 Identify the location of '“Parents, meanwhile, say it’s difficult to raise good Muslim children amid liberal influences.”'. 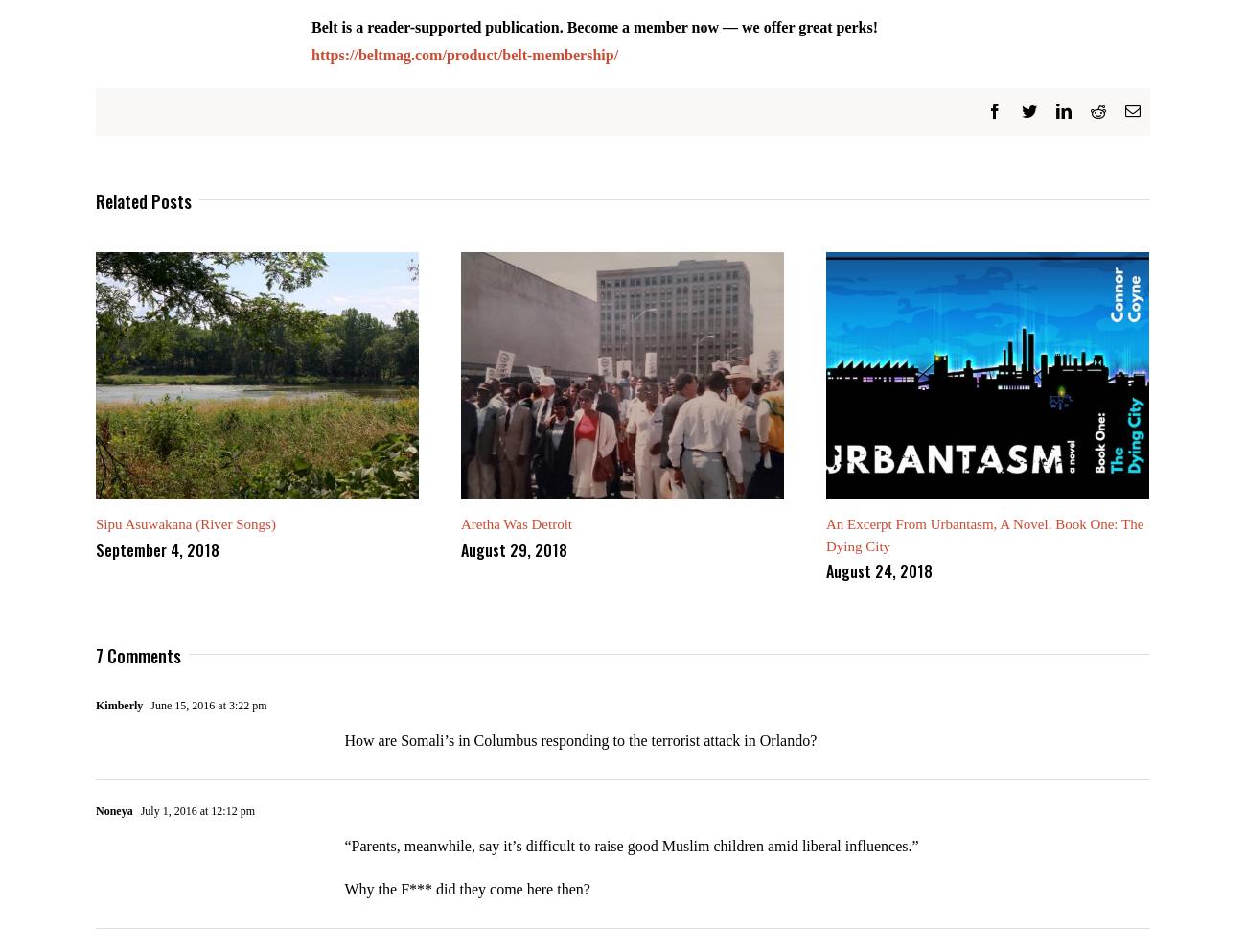
(630, 859).